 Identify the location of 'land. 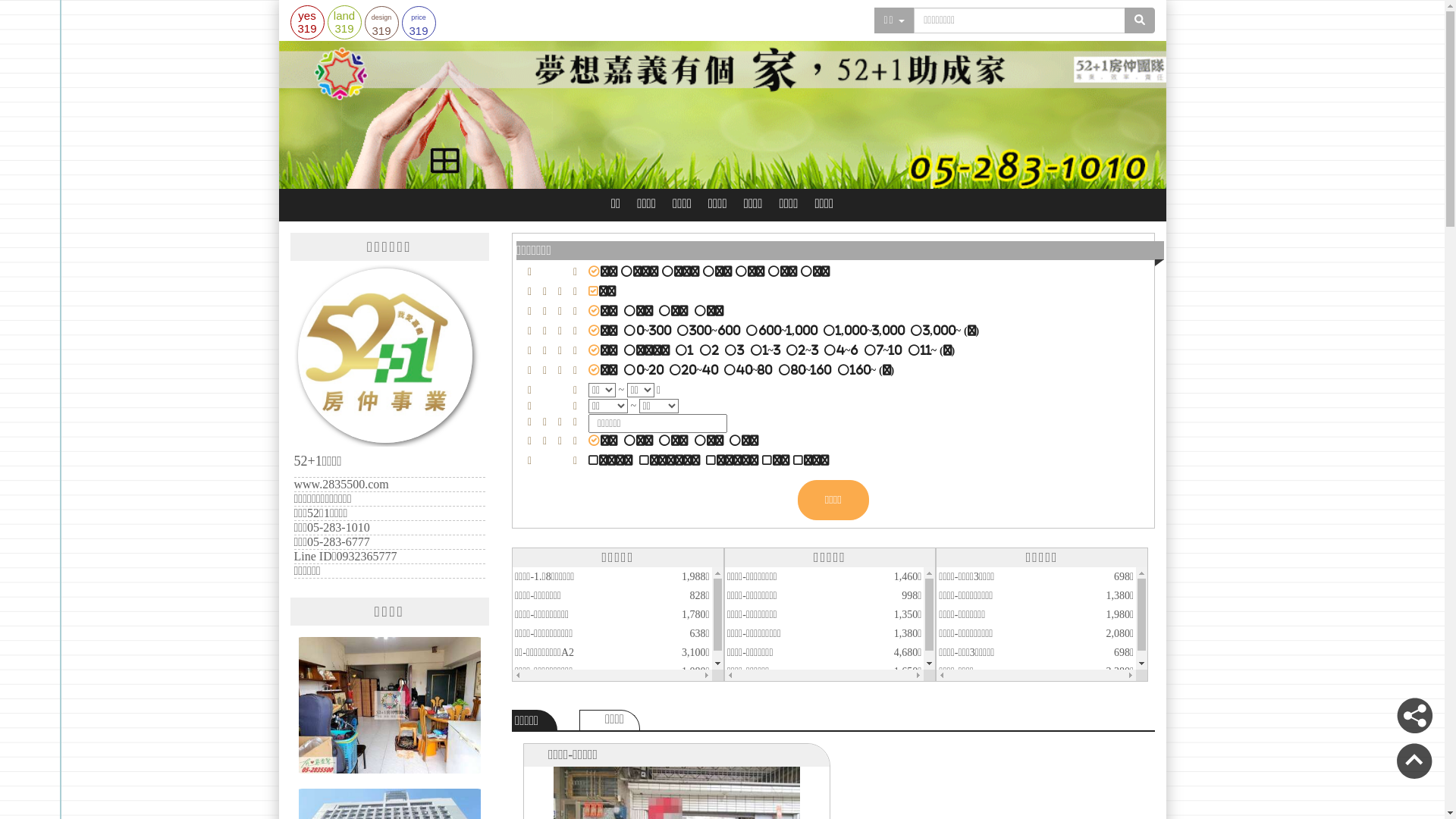
(344, 21).